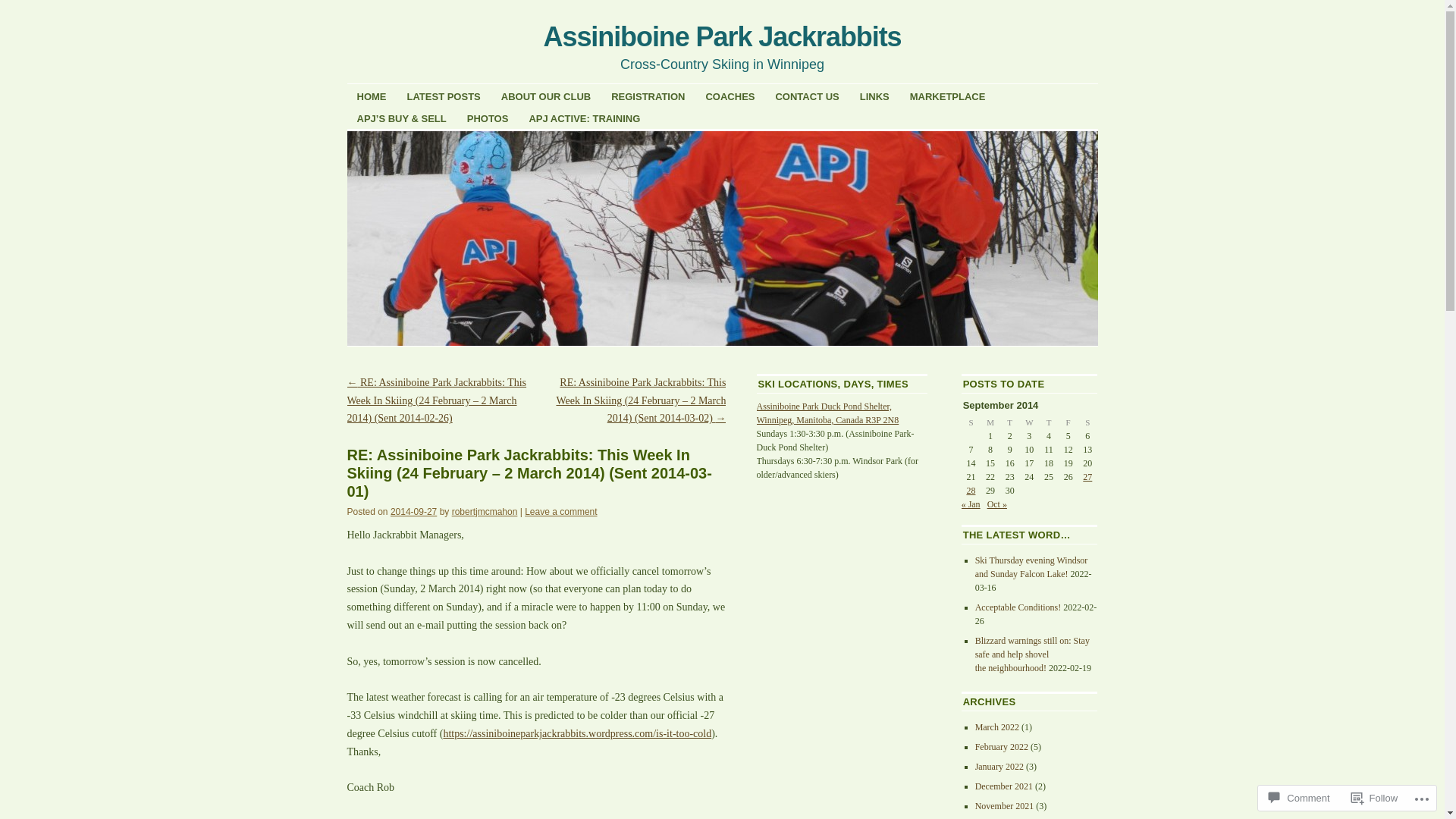 The width and height of the screenshot is (1456, 819). I want to click on 'Leave a comment', so click(560, 512).